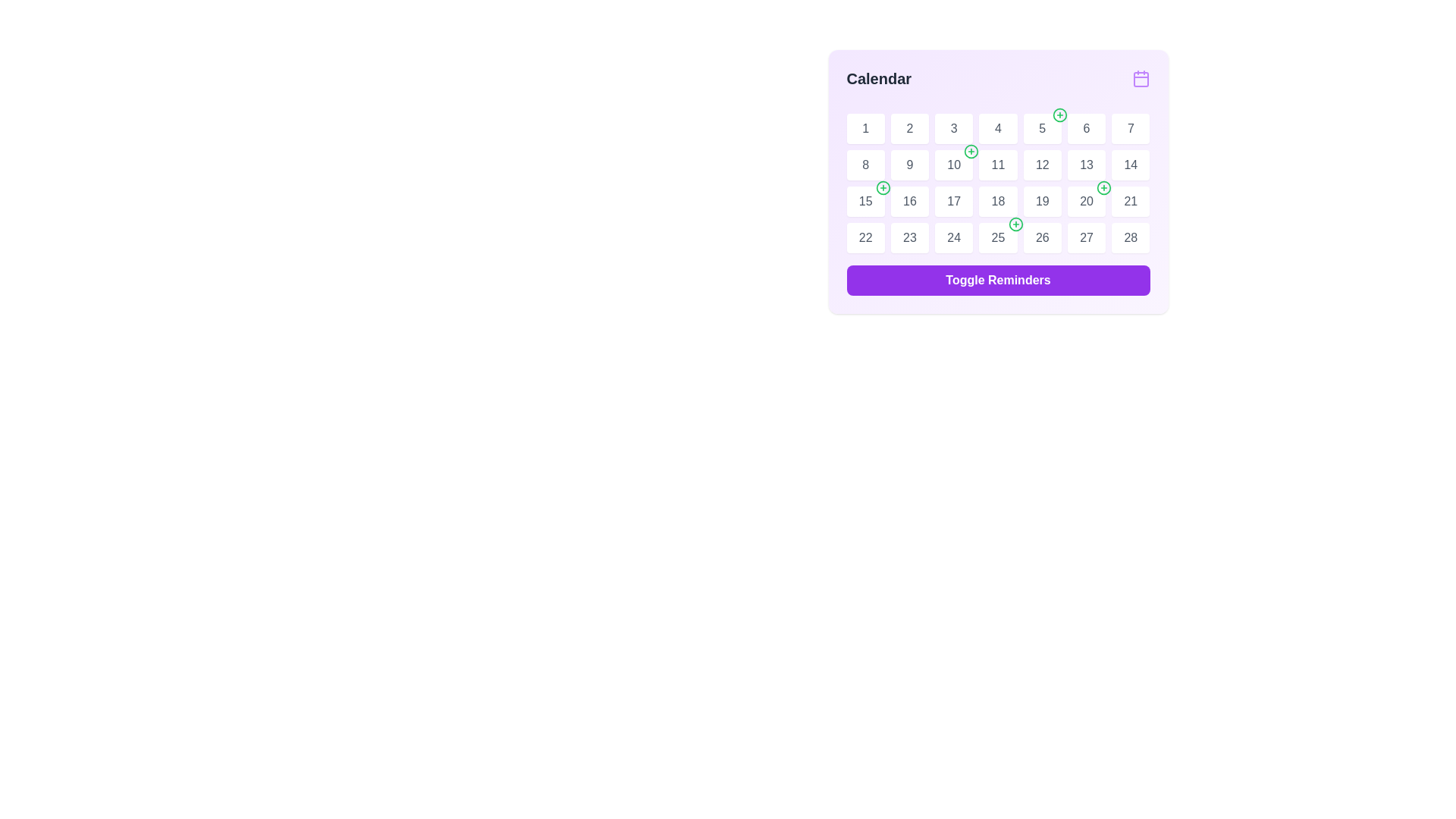  What do you see at coordinates (865, 127) in the screenshot?
I see `the numeral '1' displayed in a gray-colored font within a white circular button located at the top-left section of the calendar grid layout` at bounding box center [865, 127].